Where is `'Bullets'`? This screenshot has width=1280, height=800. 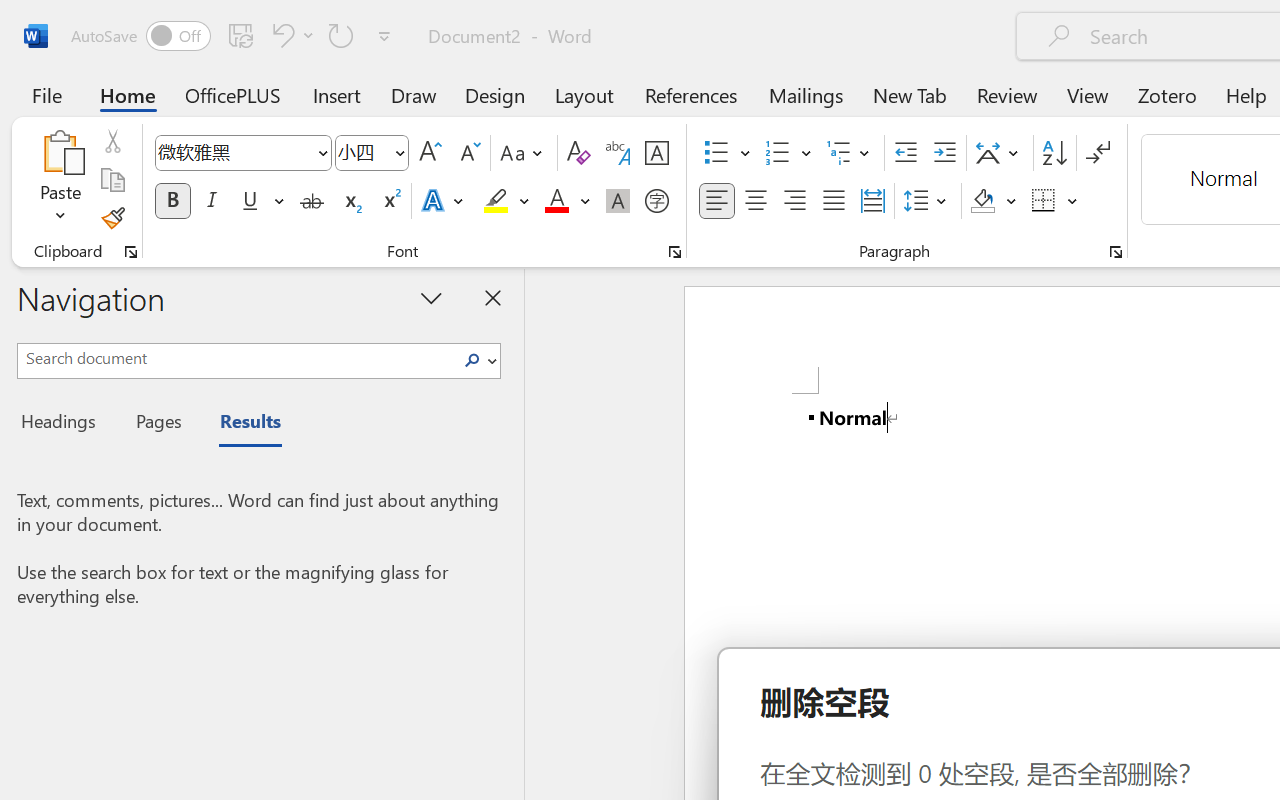 'Bullets' is located at coordinates (716, 153).